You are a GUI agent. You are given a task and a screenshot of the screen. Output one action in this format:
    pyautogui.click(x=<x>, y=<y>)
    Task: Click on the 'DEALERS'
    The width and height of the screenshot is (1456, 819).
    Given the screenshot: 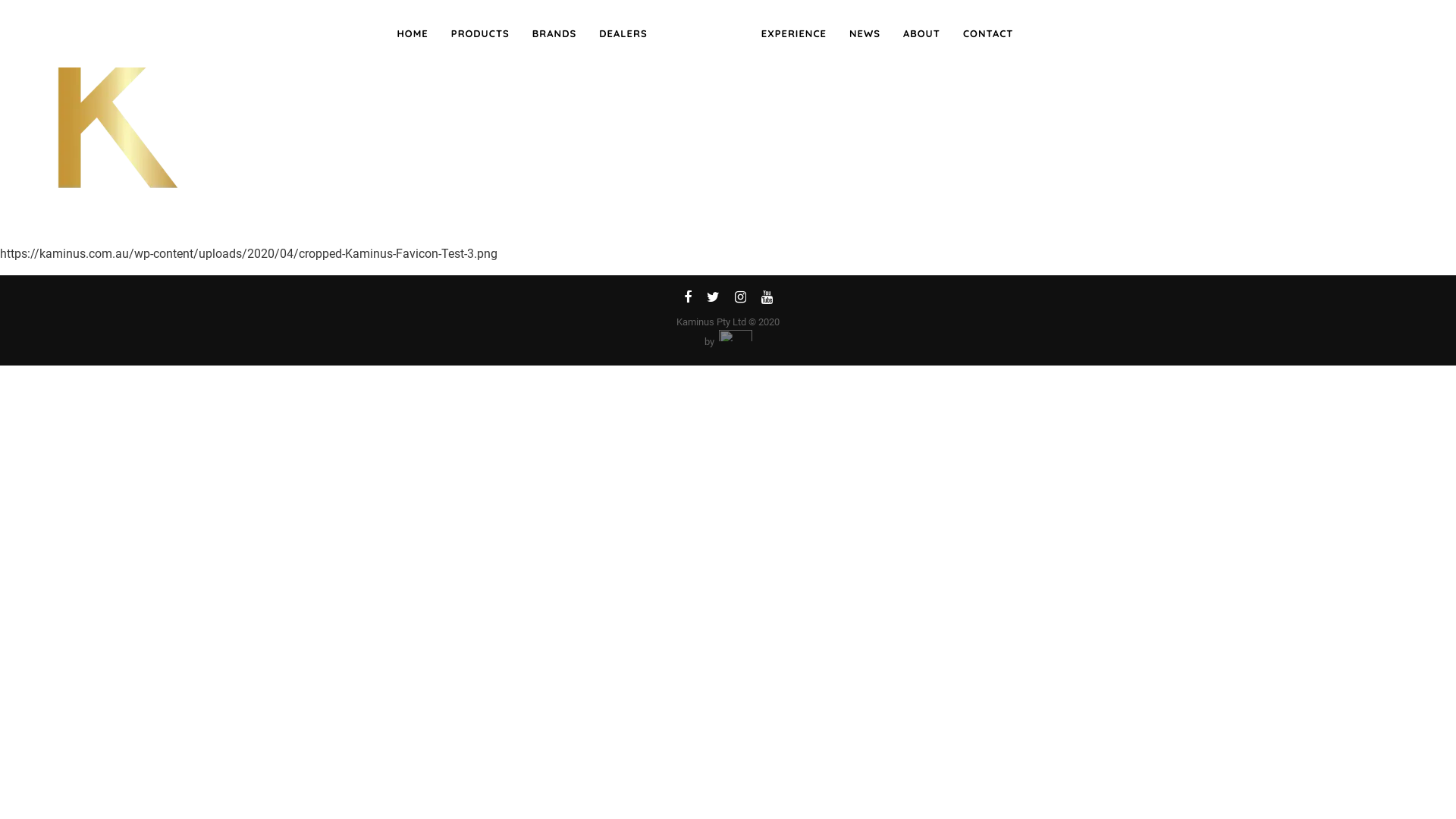 What is the action you would take?
    pyautogui.click(x=623, y=34)
    